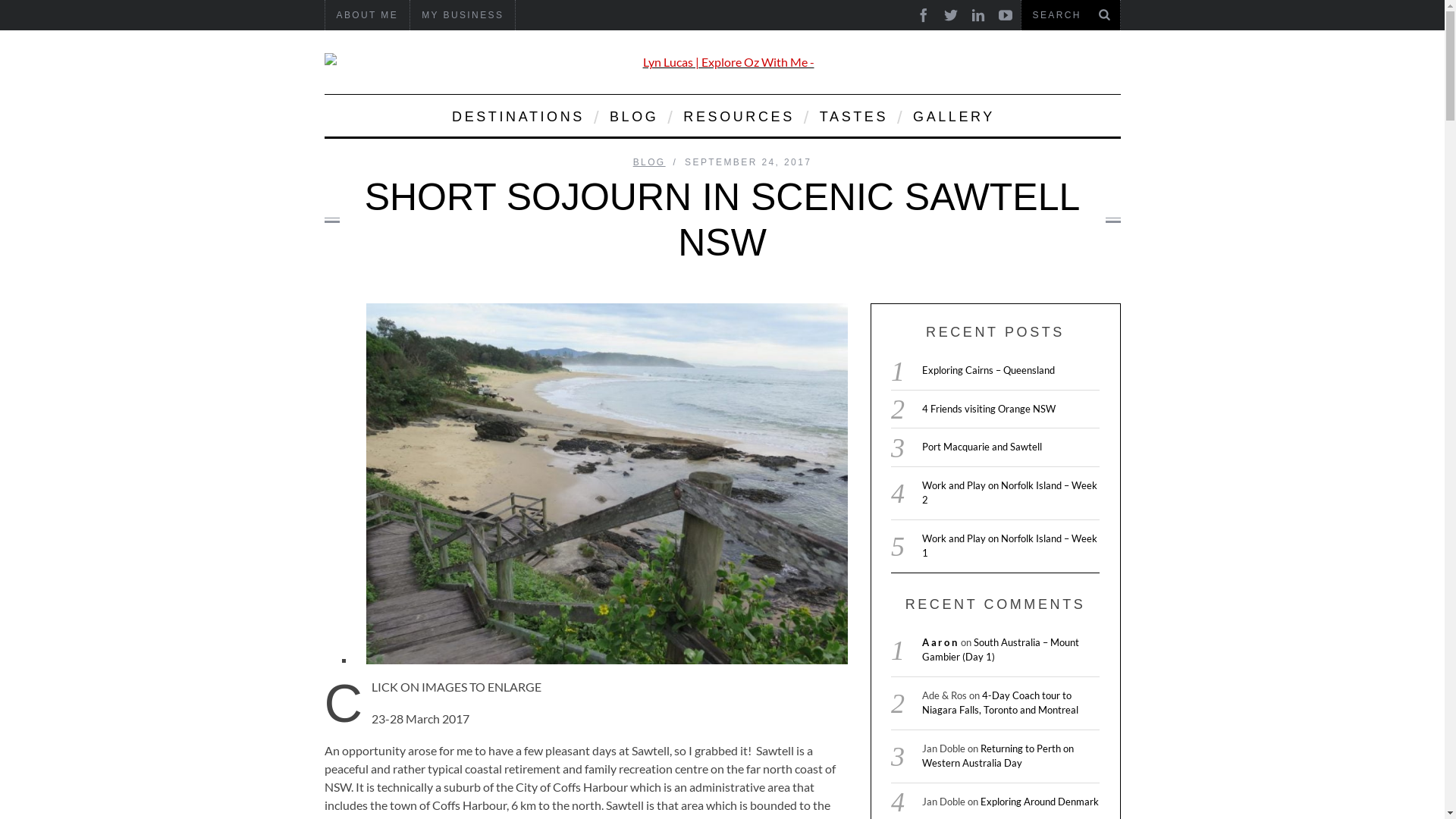  Describe the element at coordinates (982, 446) in the screenshot. I see `'Port Macquarie and Sawtell'` at that location.